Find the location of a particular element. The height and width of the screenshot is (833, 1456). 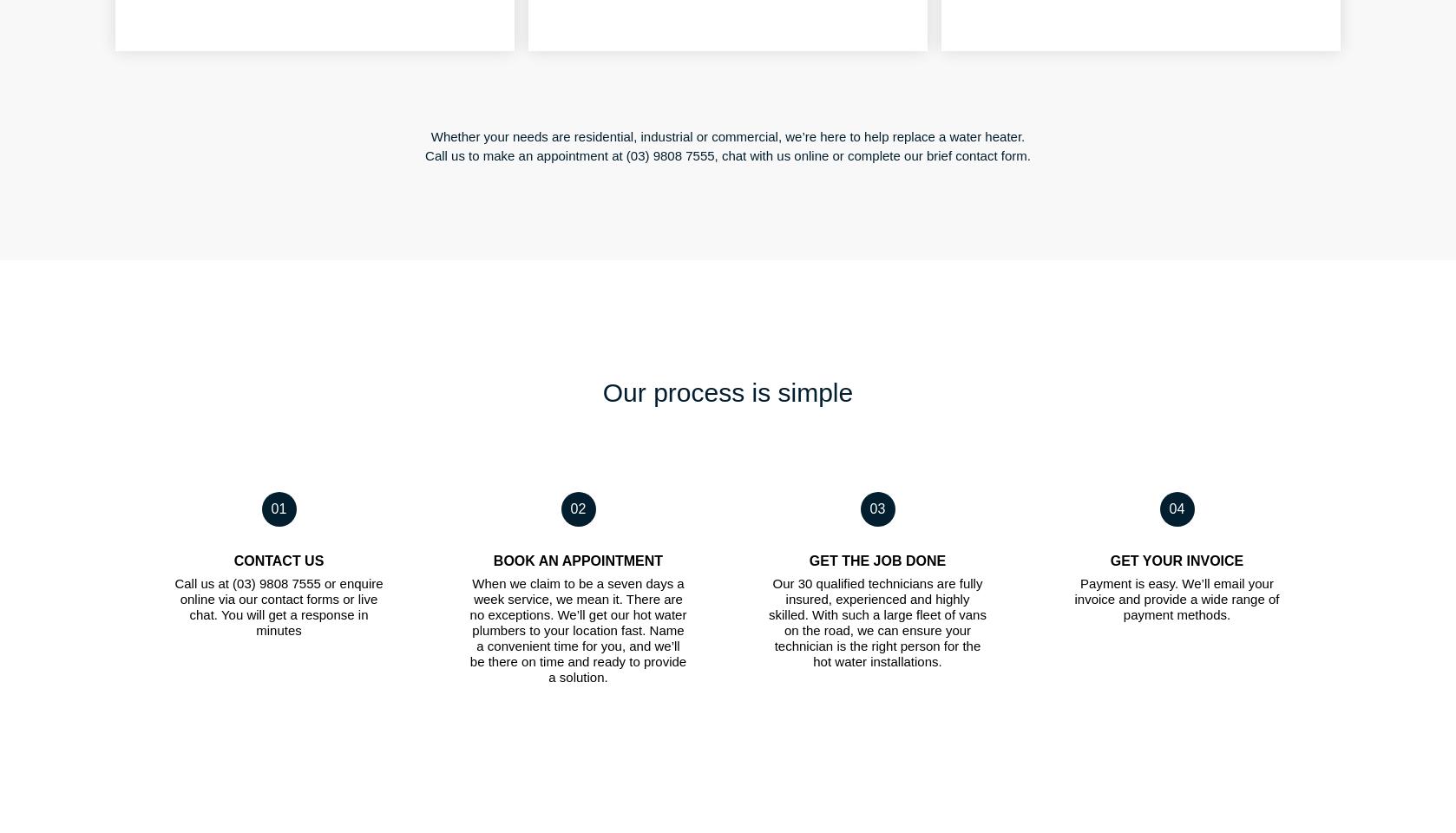

'02' is located at coordinates (576, 508).